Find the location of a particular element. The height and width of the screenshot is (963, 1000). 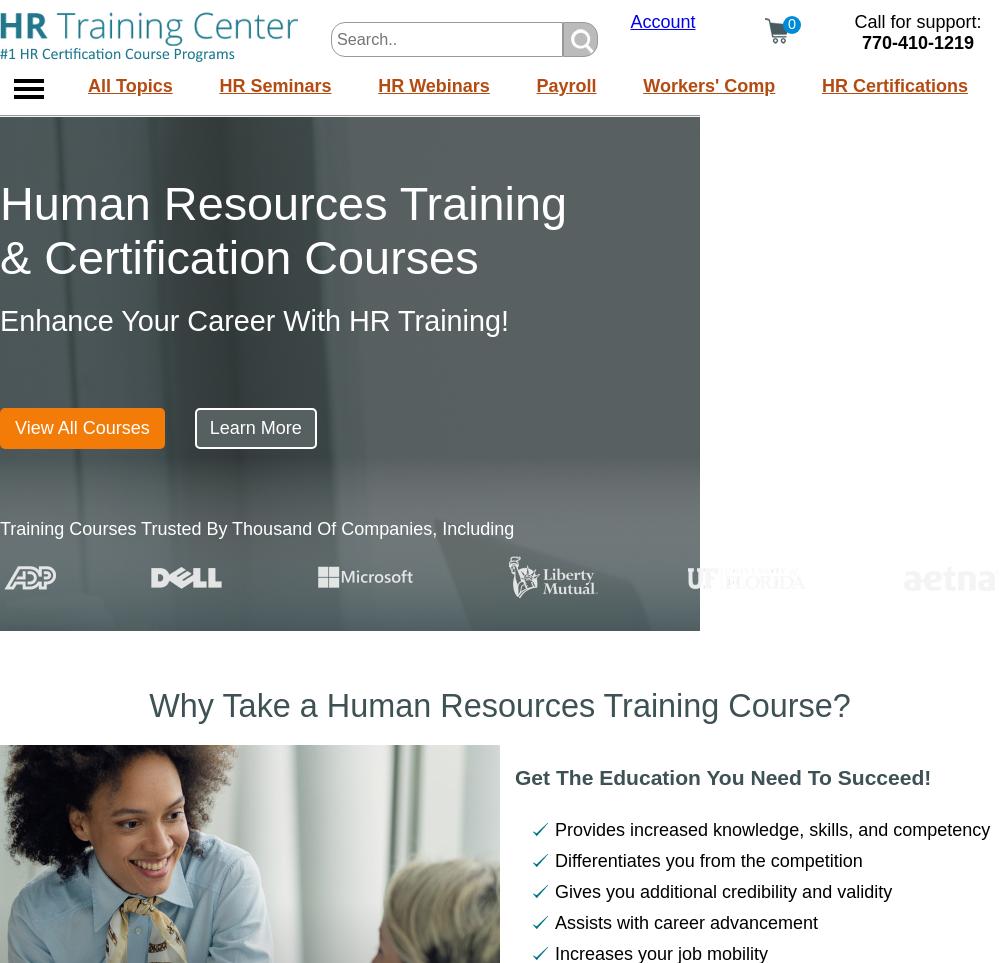

'Gives you additional credibility and validity' is located at coordinates (722, 889).